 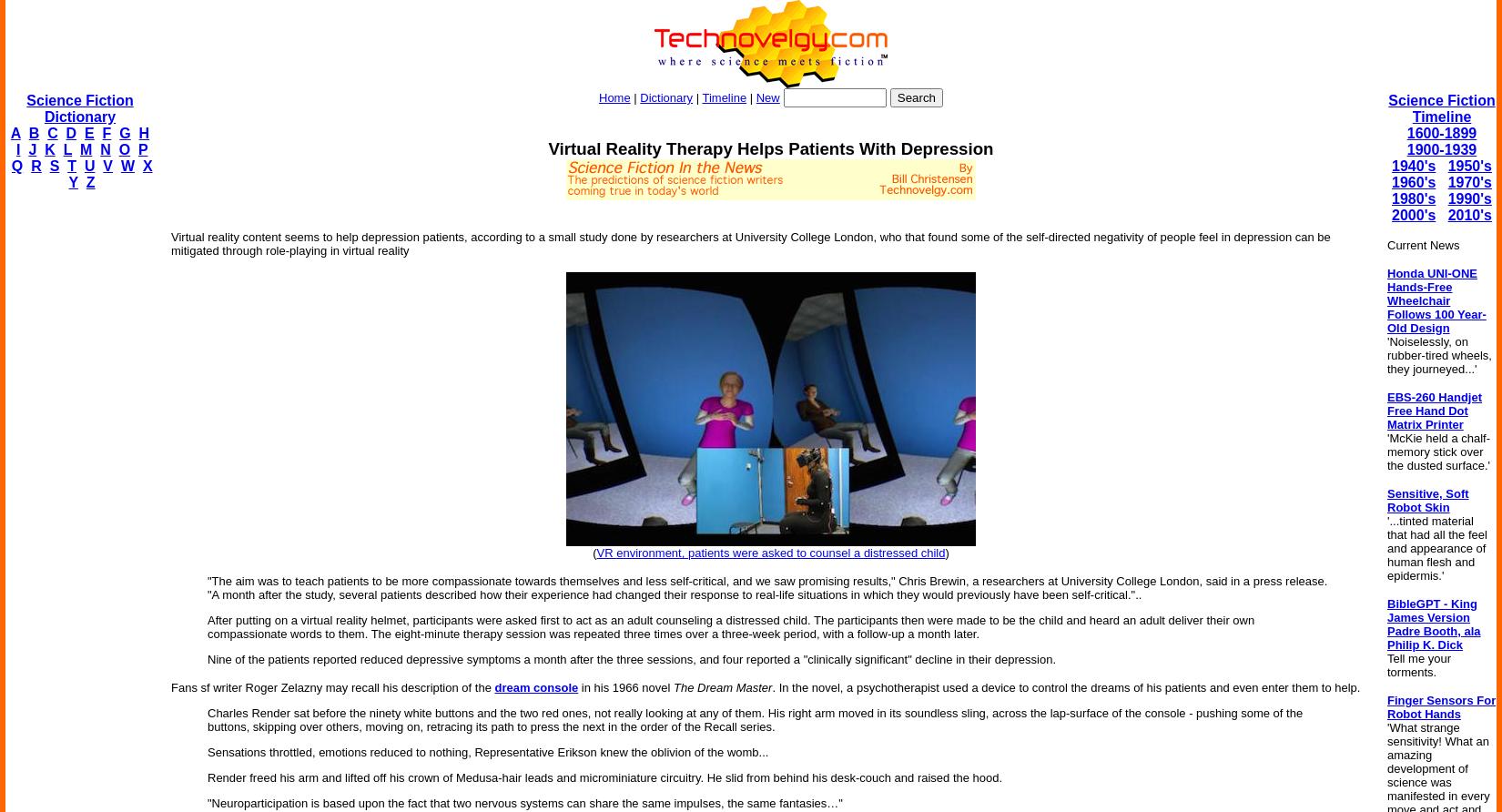 I want to click on '"The aim was to teach patients to be more compassionate towards themselves and less self-critical, and we saw promising results," Chris Brewin, a researchers at University College London, said in a press release. "A month after the study, several patients described how their experience had changed their response to real-life situations in which they would previously have been self-critical."..', so click(x=766, y=586).